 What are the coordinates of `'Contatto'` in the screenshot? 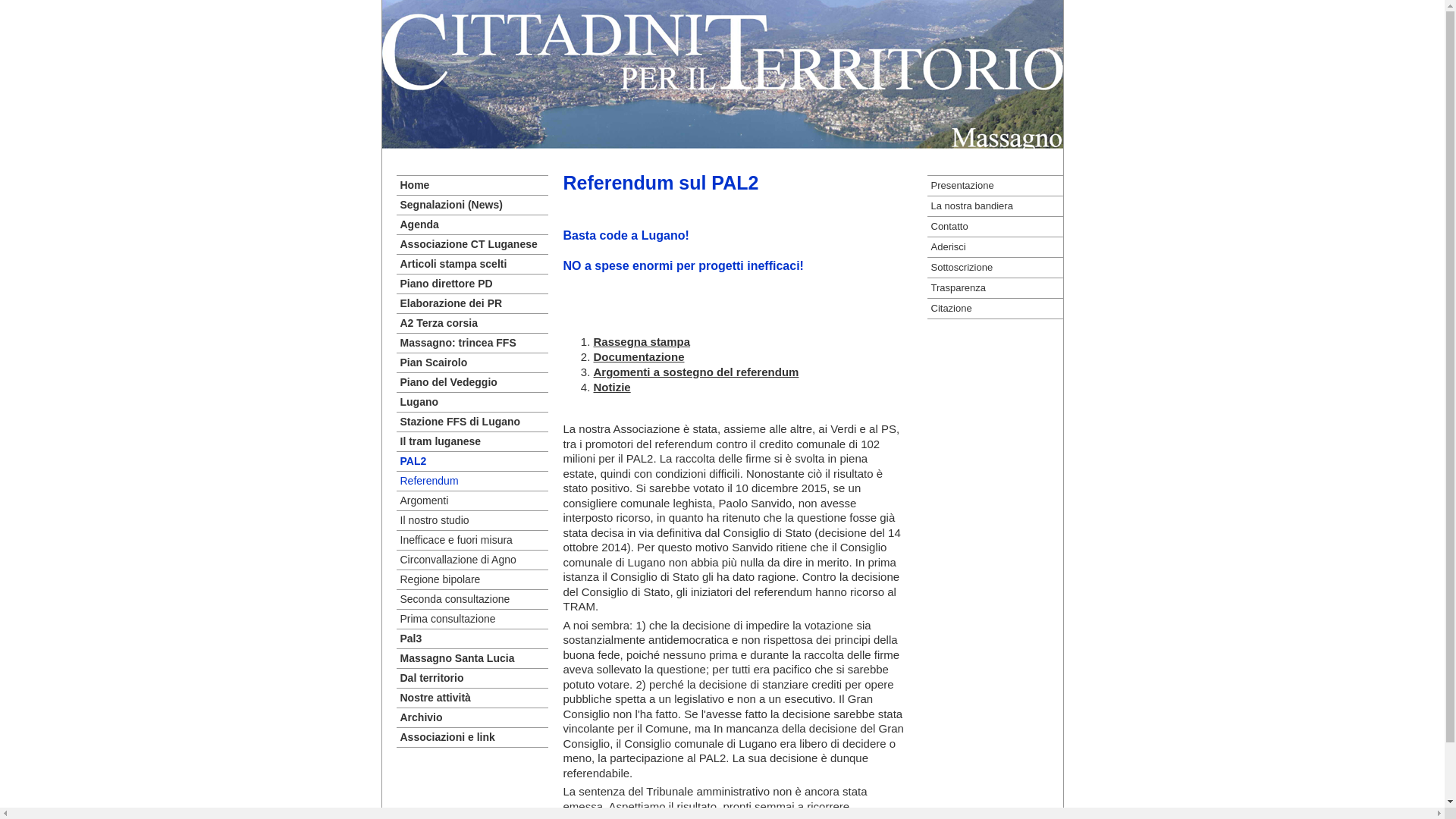 It's located at (926, 227).